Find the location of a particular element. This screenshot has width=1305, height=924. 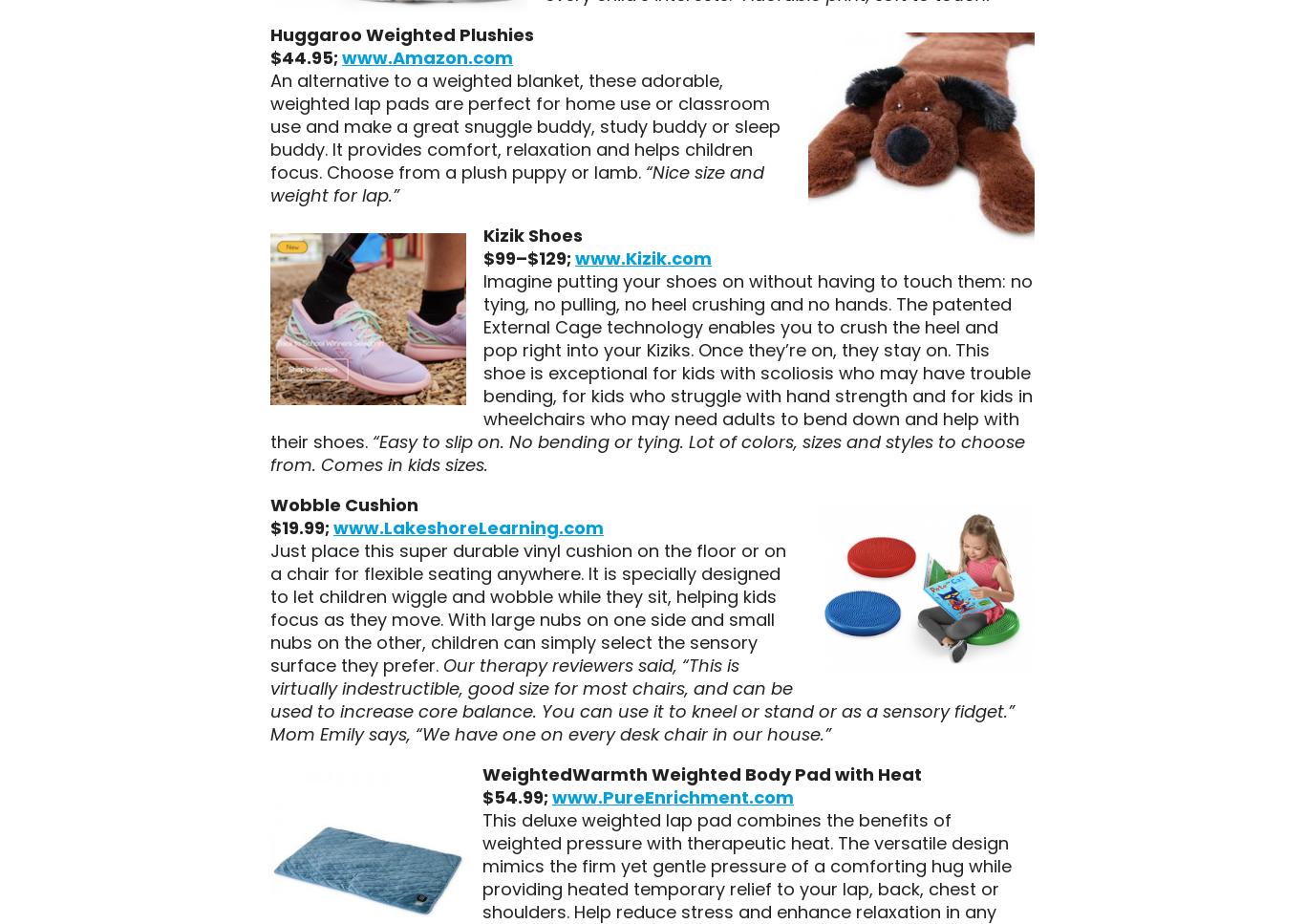

'www.PureEnrichment.com' is located at coordinates (672, 796).